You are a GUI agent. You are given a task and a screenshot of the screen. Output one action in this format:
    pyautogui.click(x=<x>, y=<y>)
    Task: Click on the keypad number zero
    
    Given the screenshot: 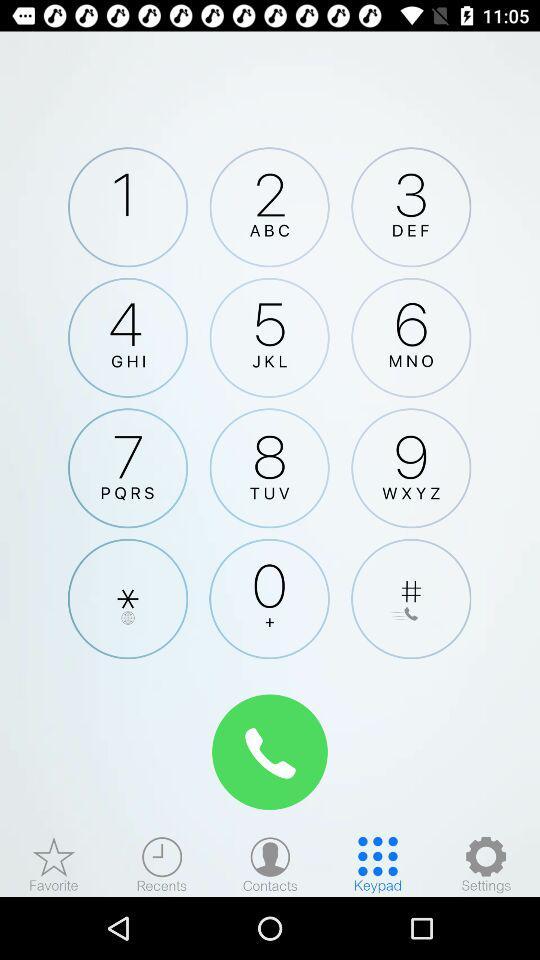 What is the action you would take?
    pyautogui.click(x=269, y=599)
    